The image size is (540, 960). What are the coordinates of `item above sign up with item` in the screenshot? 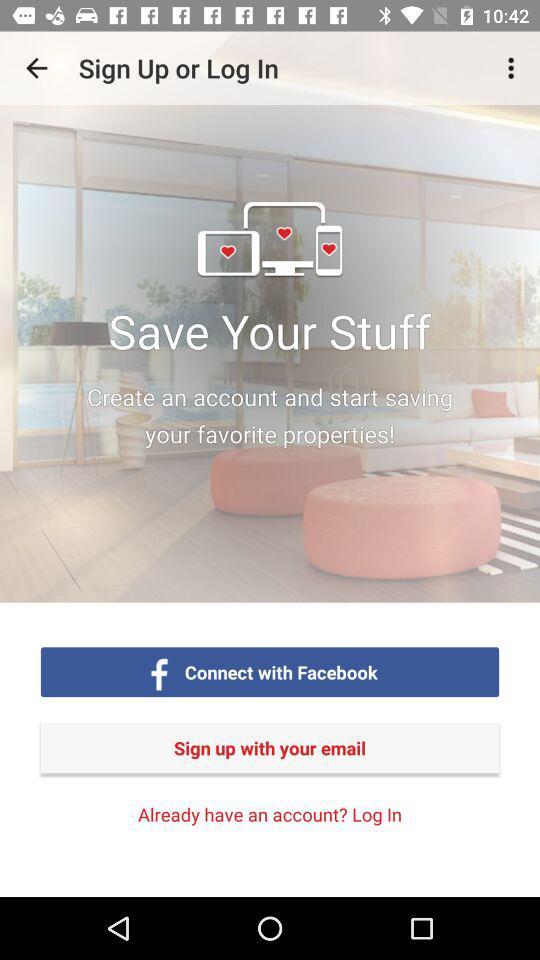 It's located at (280, 672).